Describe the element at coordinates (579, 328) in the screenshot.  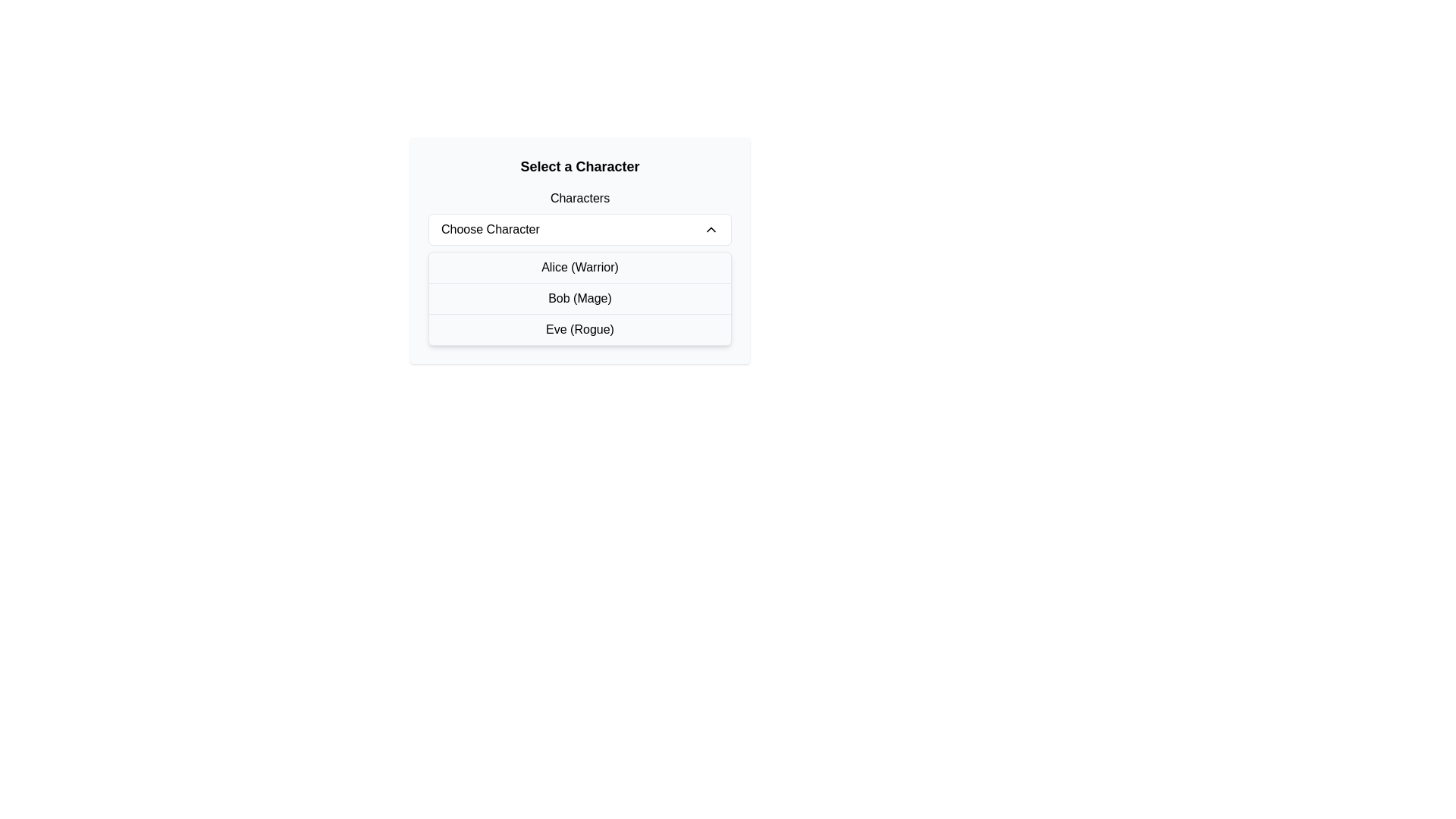
I see `the selectable list item labeled 'Eve (Rogue)' to indicate selection, which is the third item in the list under 'Select a Character'` at that location.